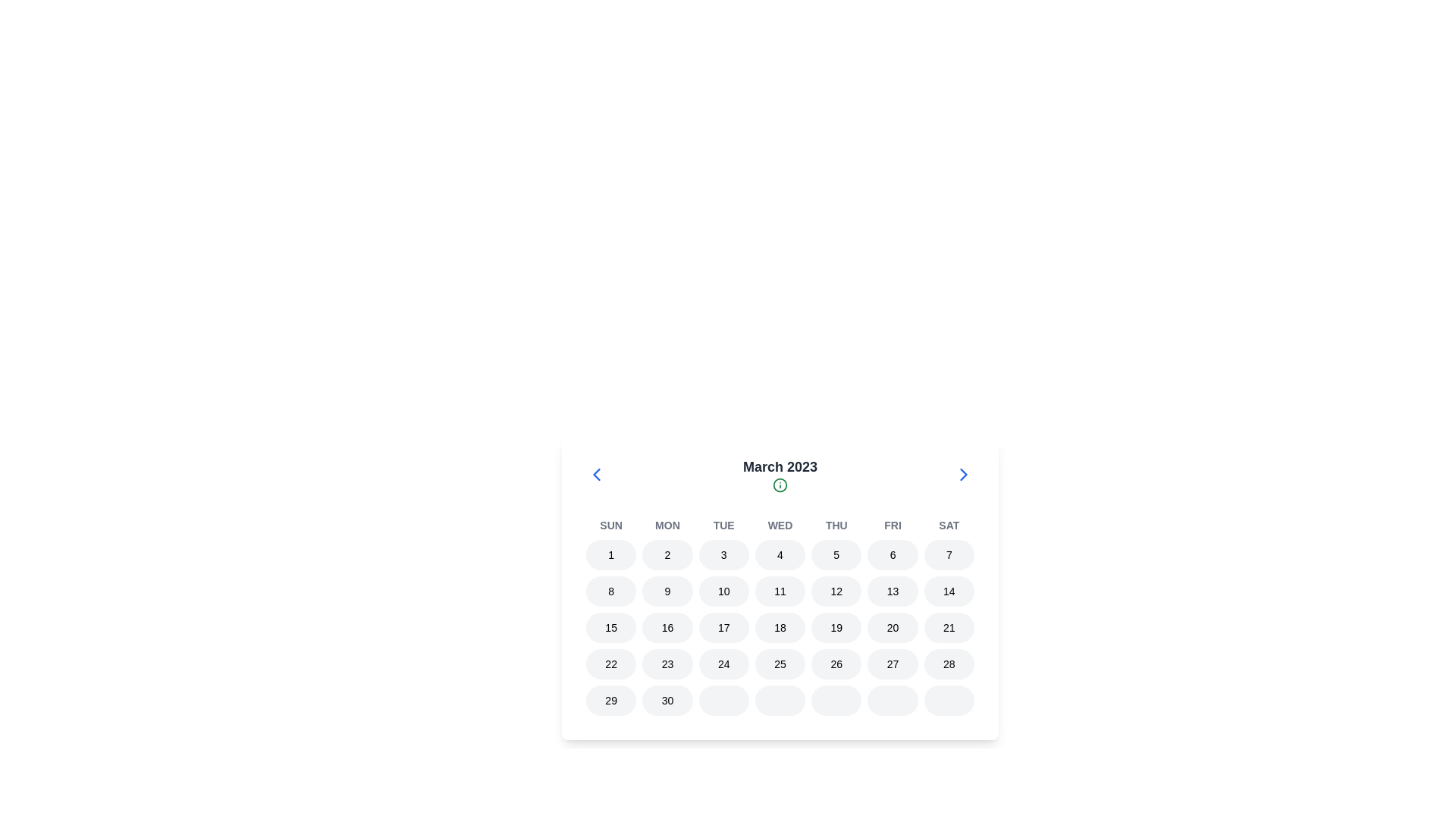 The height and width of the screenshot is (819, 1456). I want to click on the text element representing 'Wednesday' in the weekly calendar layout, located below 'March 2023', so click(780, 525).